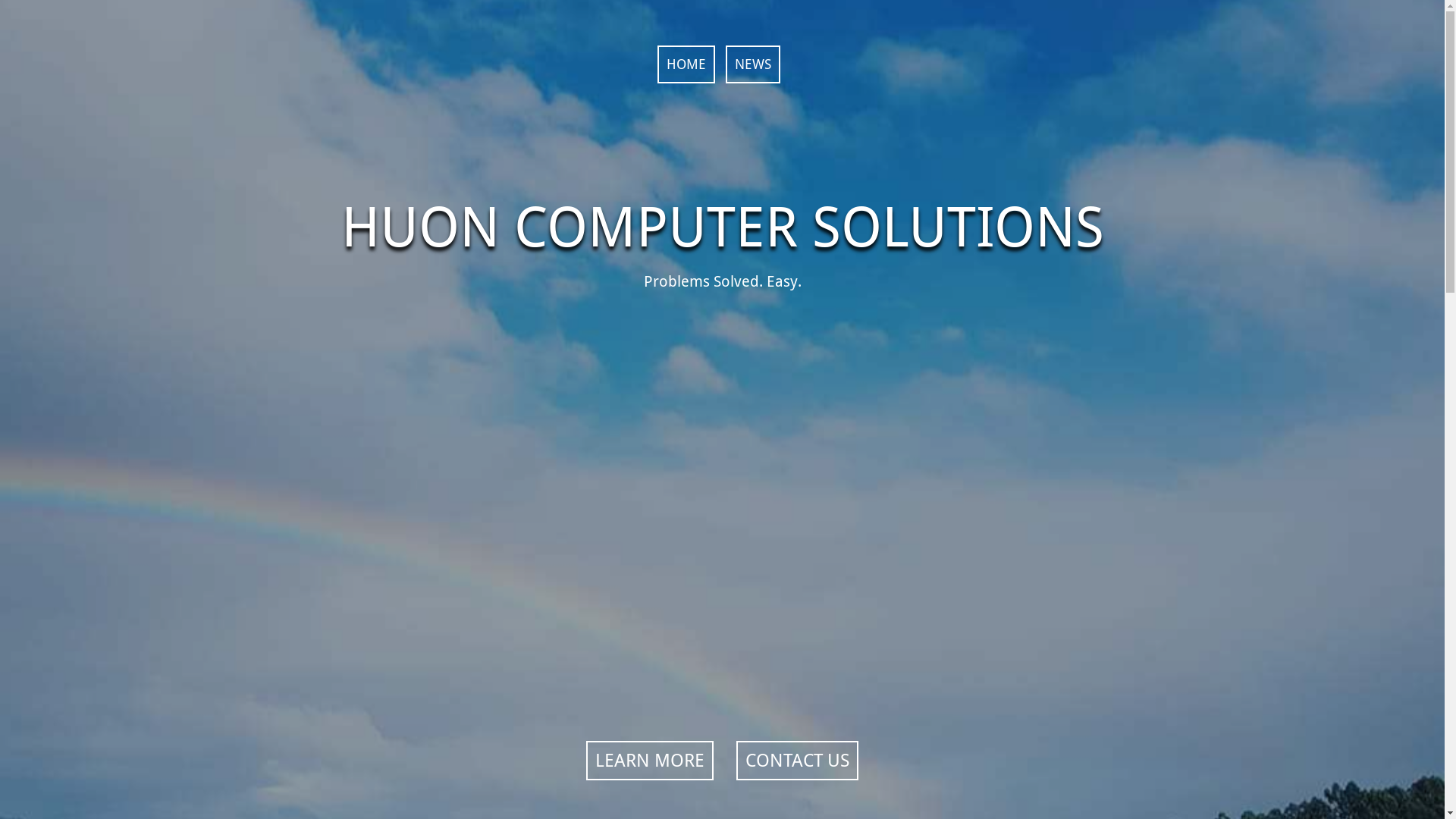 The width and height of the screenshot is (1456, 819). What do you see at coordinates (684, 63) in the screenshot?
I see `'HOME'` at bounding box center [684, 63].